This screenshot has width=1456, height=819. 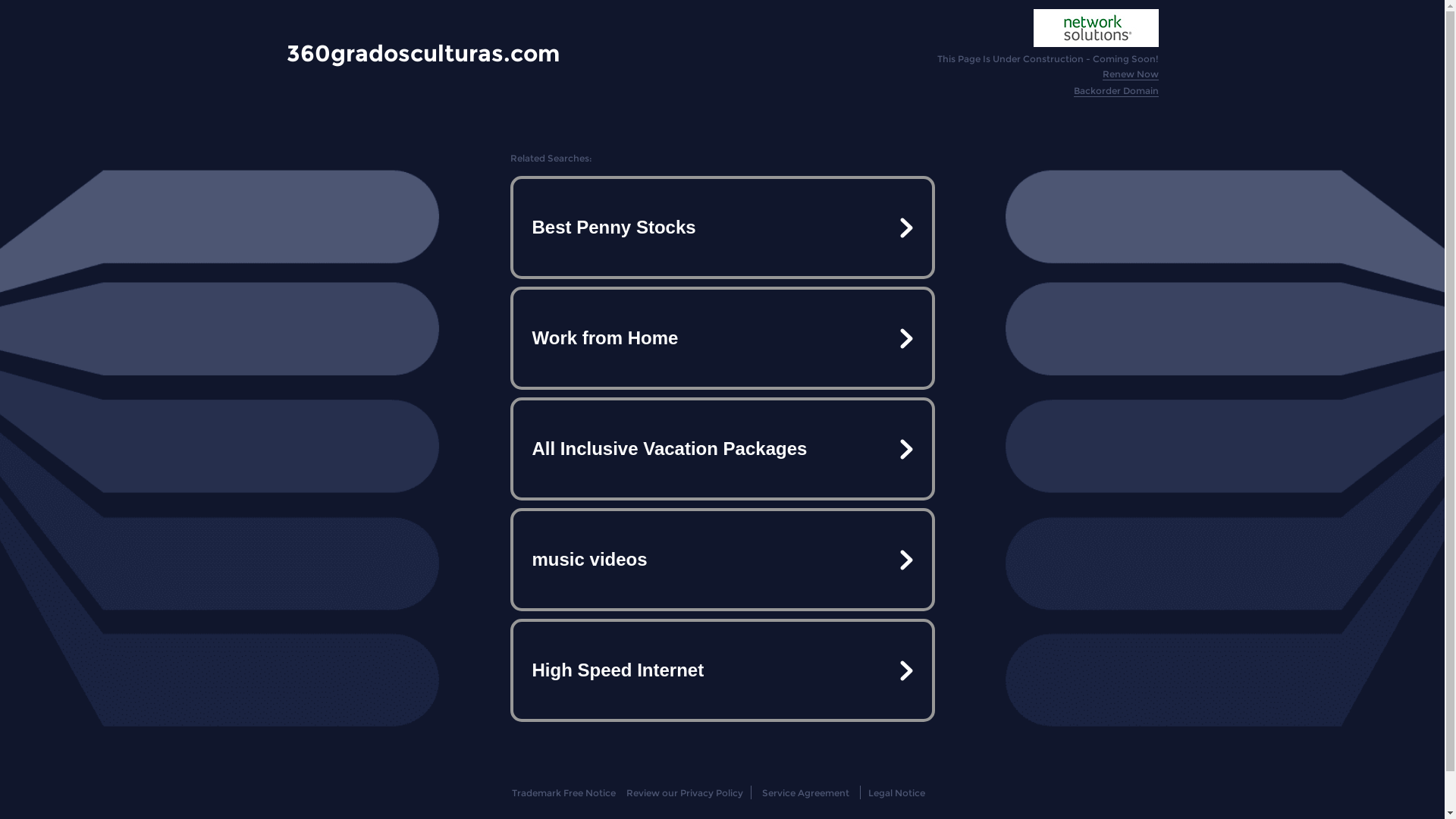 What do you see at coordinates (720, 669) in the screenshot?
I see `'High Speed Internet'` at bounding box center [720, 669].